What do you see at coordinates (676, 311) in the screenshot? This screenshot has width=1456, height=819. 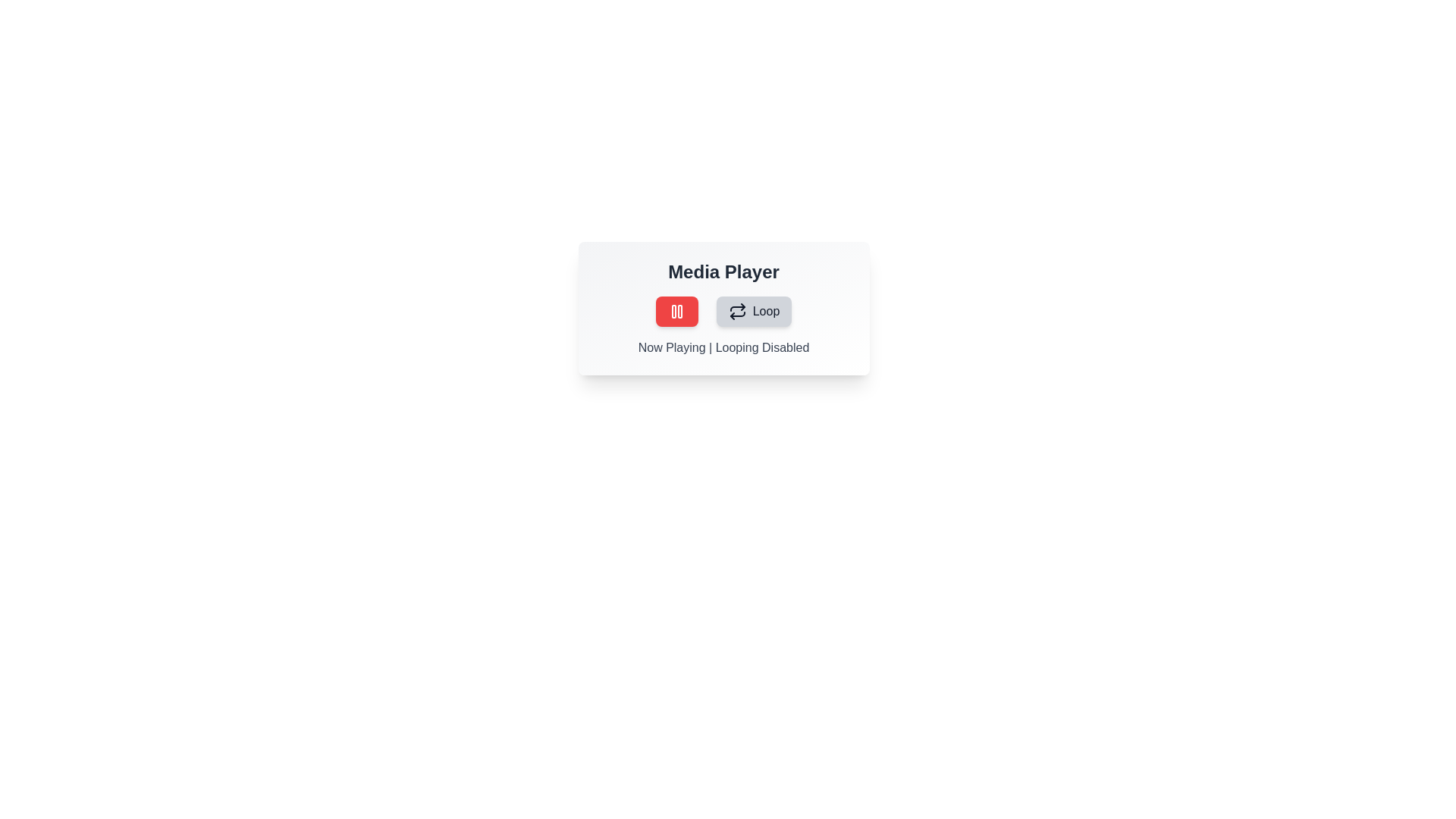 I see `the play/pause button to toggle the play/pause state` at bounding box center [676, 311].